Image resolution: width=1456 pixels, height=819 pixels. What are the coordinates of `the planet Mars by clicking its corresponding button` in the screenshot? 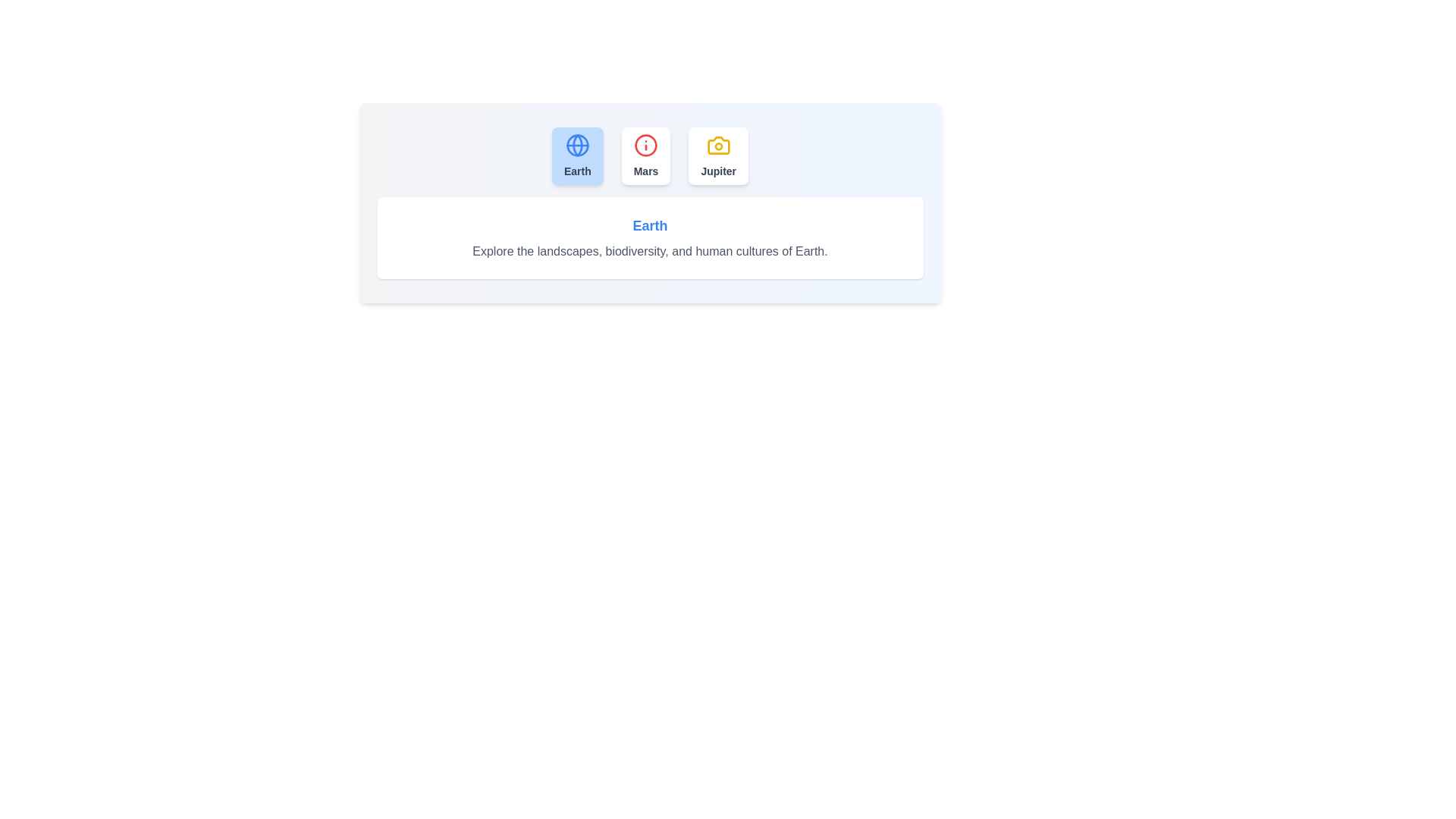 It's located at (646, 155).